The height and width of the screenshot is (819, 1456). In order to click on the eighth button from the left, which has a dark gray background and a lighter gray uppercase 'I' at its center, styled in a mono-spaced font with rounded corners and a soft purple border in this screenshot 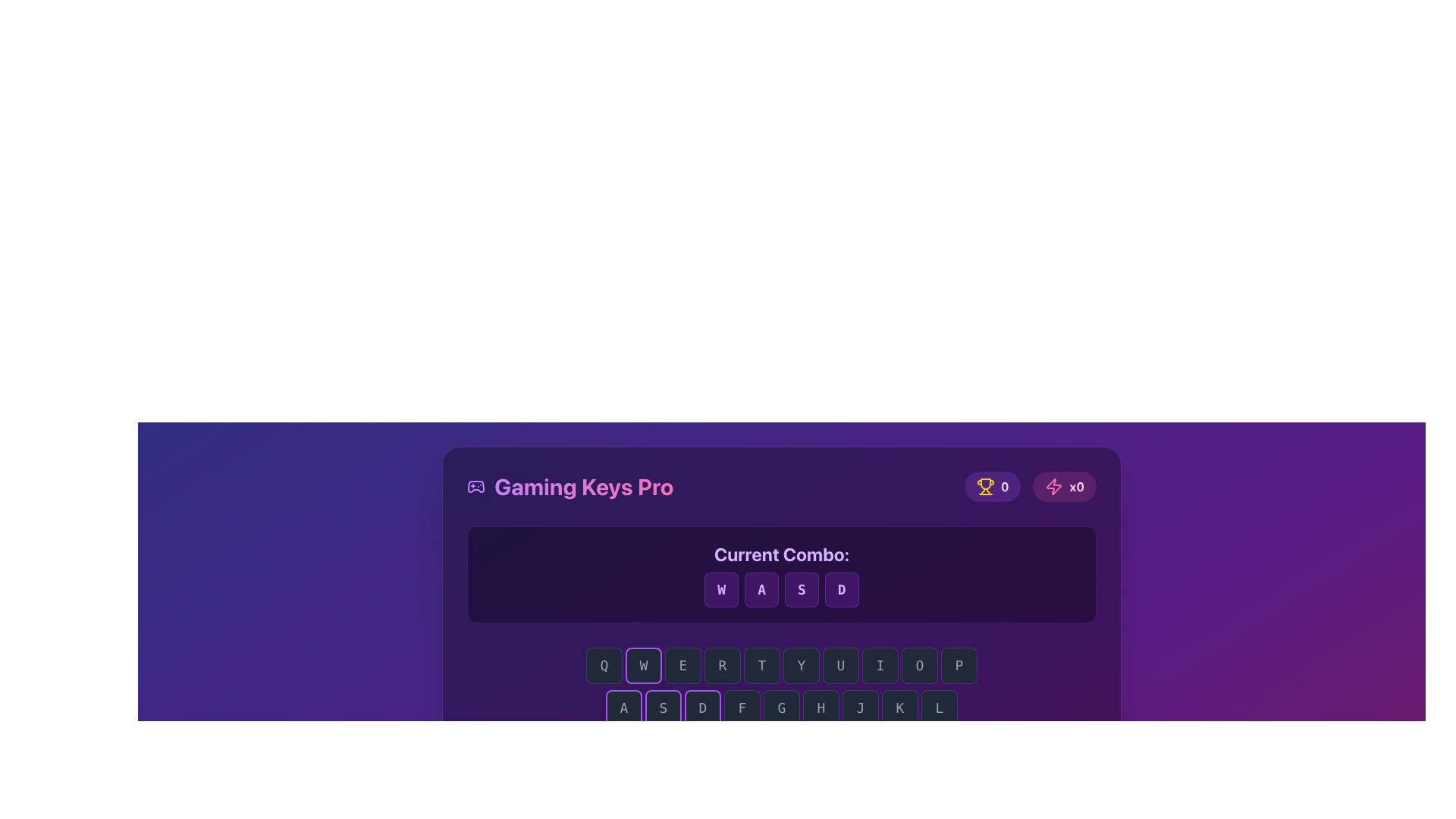, I will do `click(880, 665)`.